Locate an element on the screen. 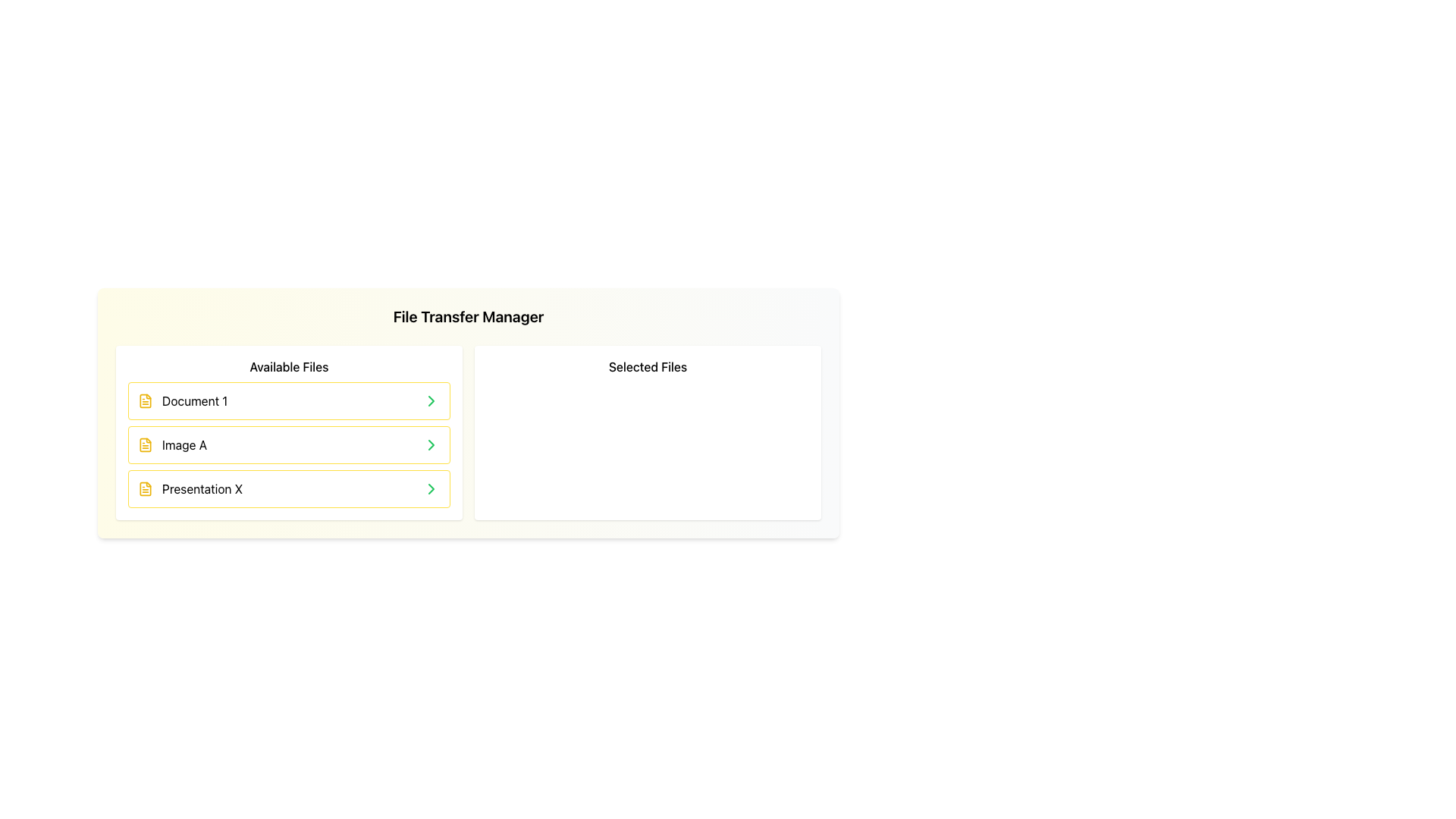 The height and width of the screenshot is (819, 1456). the text label displaying 'Image A' is located at coordinates (184, 444).